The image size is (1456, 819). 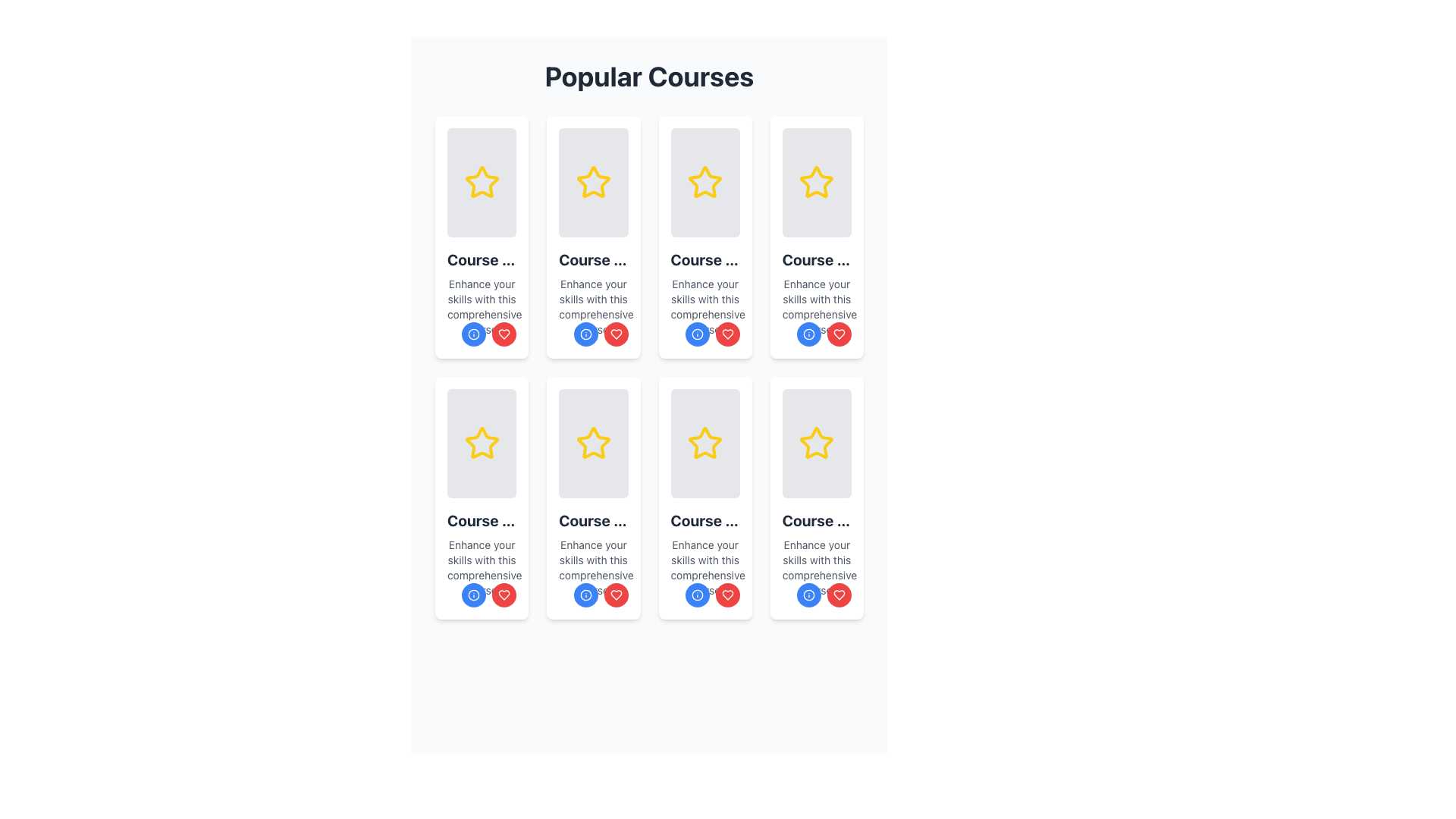 I want to click on the visual placeholder located in the third column of the first row under 'Popular Courses', positioned above the course title and description, so click(x=704, y=181).